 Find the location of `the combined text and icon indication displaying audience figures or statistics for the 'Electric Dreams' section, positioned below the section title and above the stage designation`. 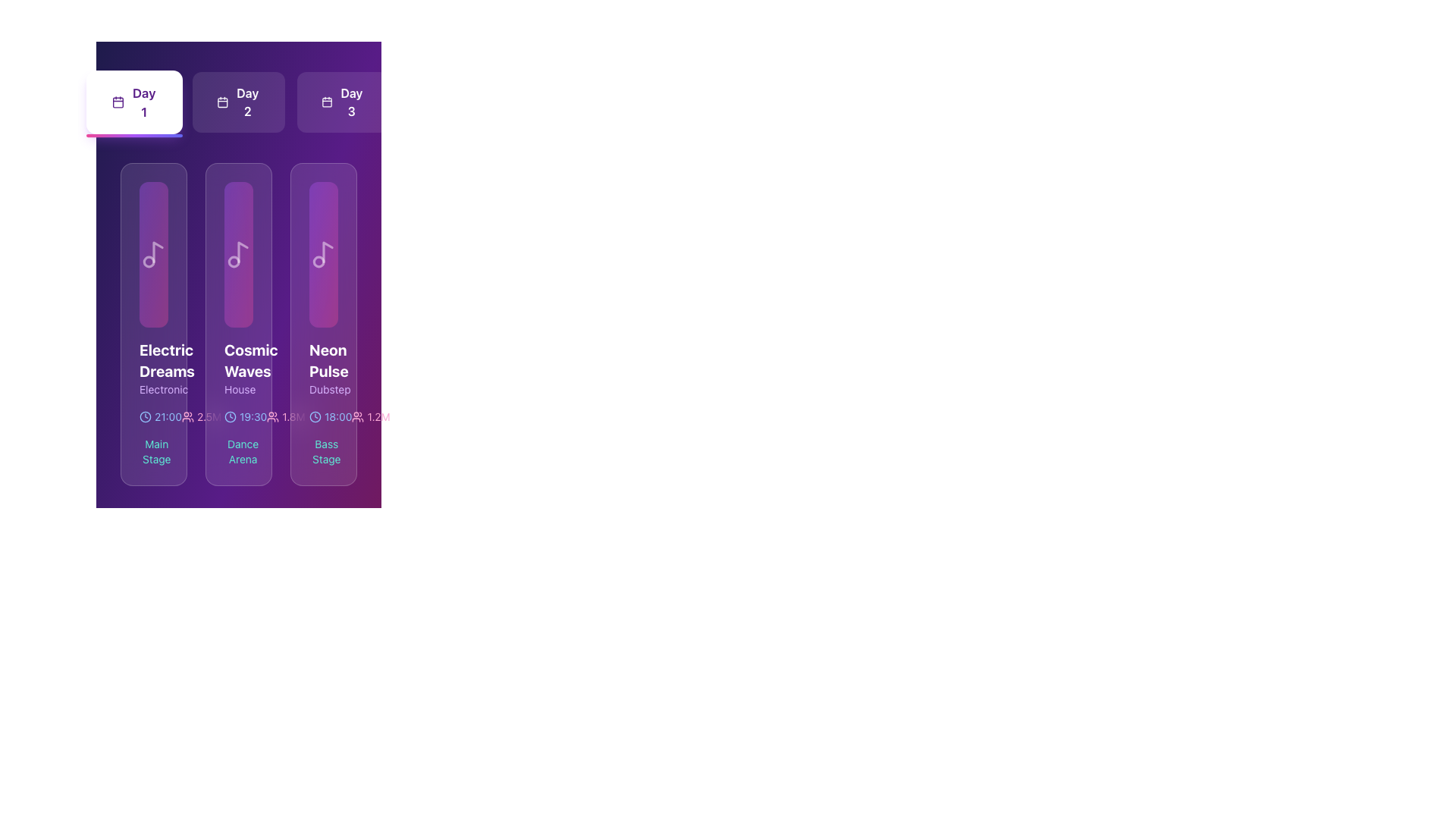

the combined text and icon indication displaying audience figures or statistics for the 'Electric Dreams' section, positioned below the section title and above the stage designation is located at coordinates (201, 417).